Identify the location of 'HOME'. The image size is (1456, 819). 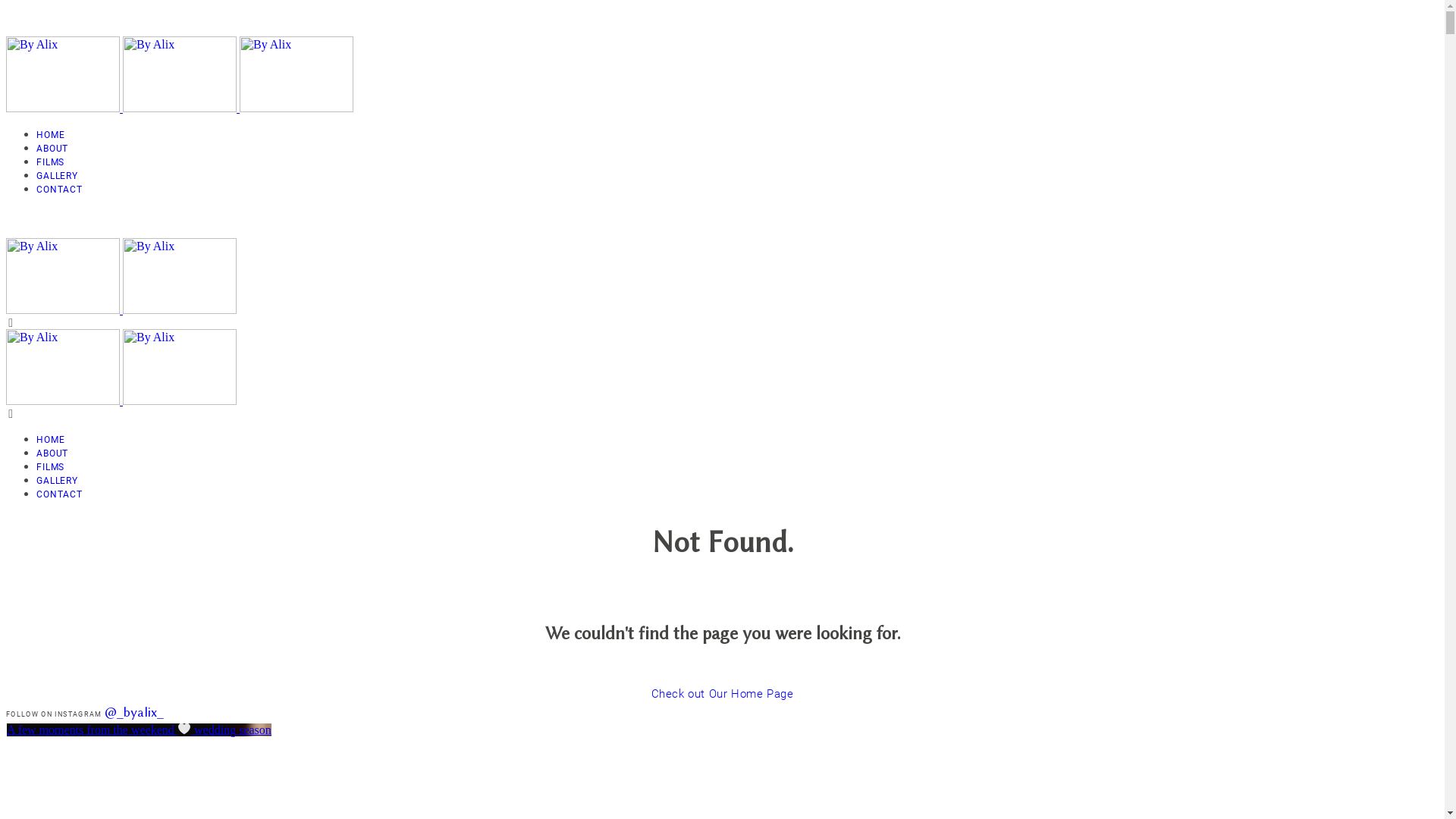
(50, 439).